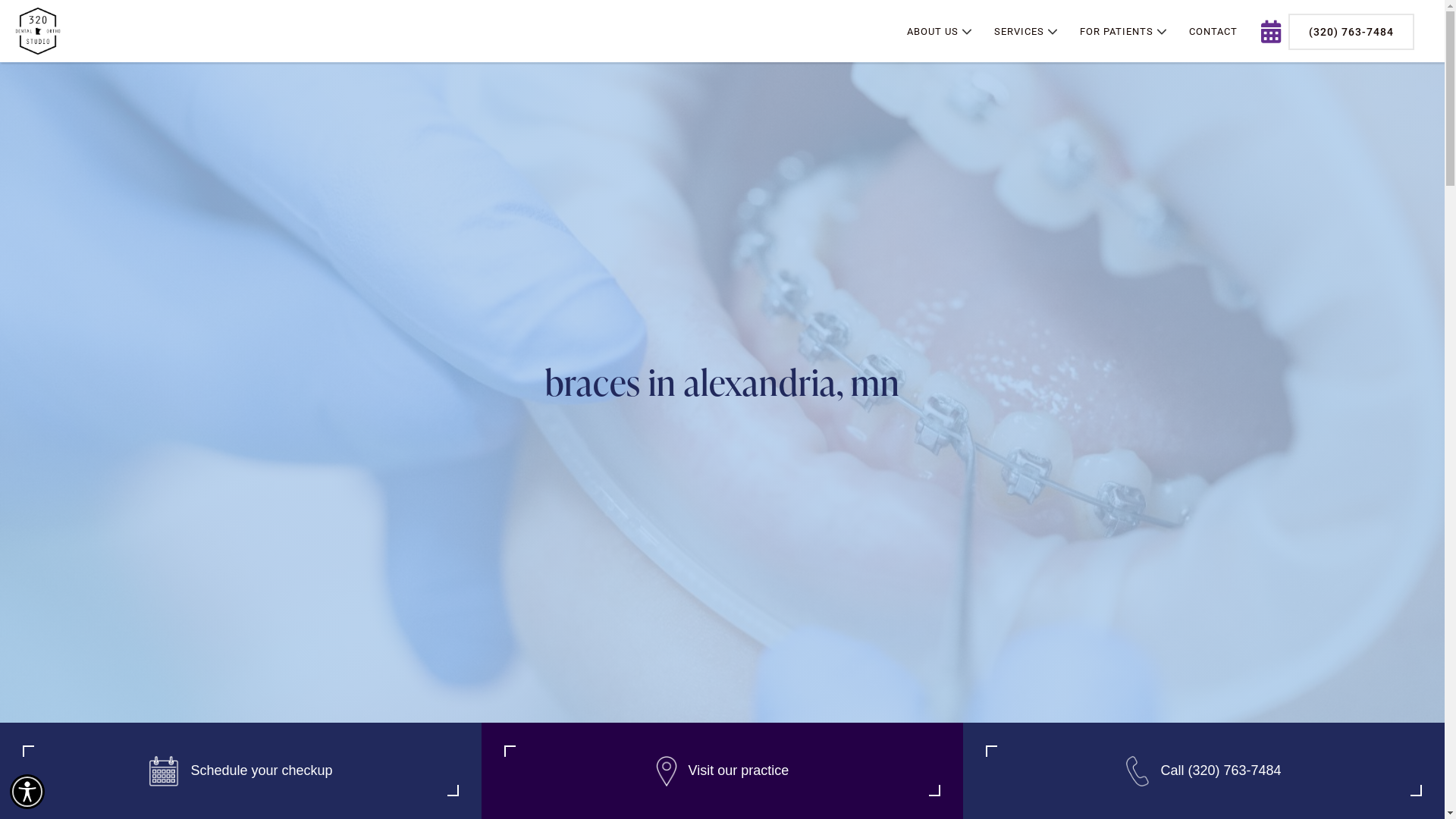 The width and height of the screenshot is (1456, 819). What do you see at coordinates (1351, 32) in the screenshot?
I see `'(320) 763-7484'` at bounding box center [1351, 32].